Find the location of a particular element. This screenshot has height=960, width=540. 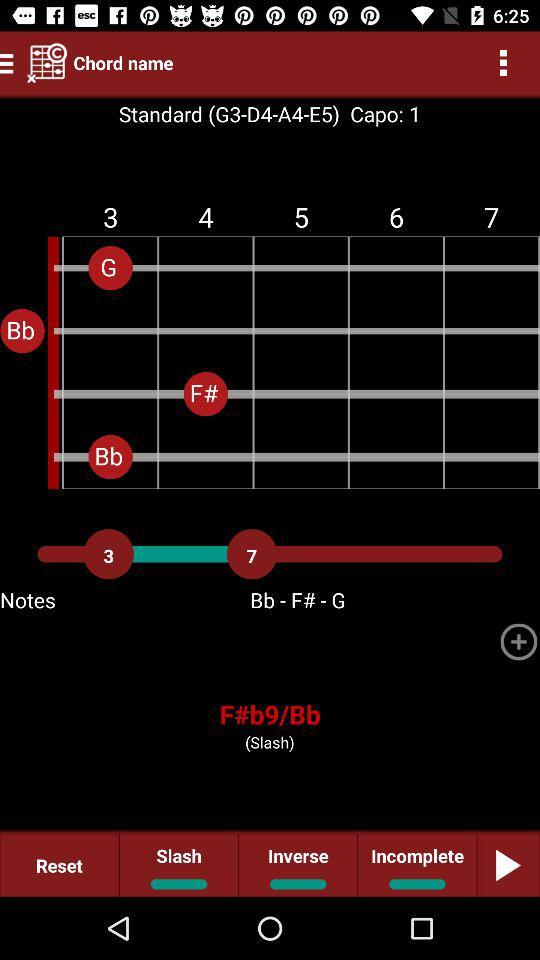

icon to the right of the standard g3 d4 item is located at coordinates (380, 114).